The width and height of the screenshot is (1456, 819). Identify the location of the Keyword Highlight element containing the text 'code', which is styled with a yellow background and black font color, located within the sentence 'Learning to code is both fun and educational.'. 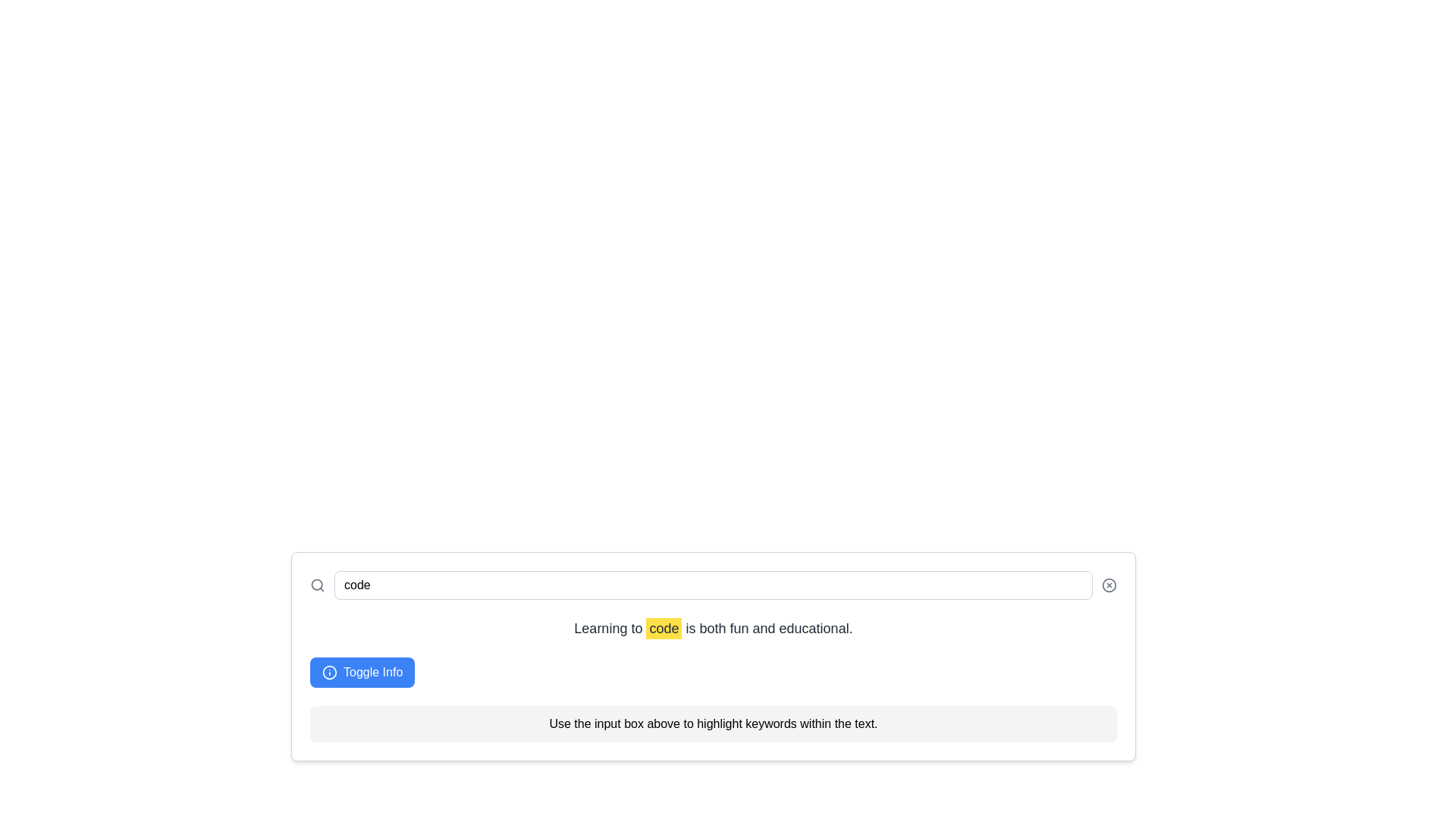
(664, 629).